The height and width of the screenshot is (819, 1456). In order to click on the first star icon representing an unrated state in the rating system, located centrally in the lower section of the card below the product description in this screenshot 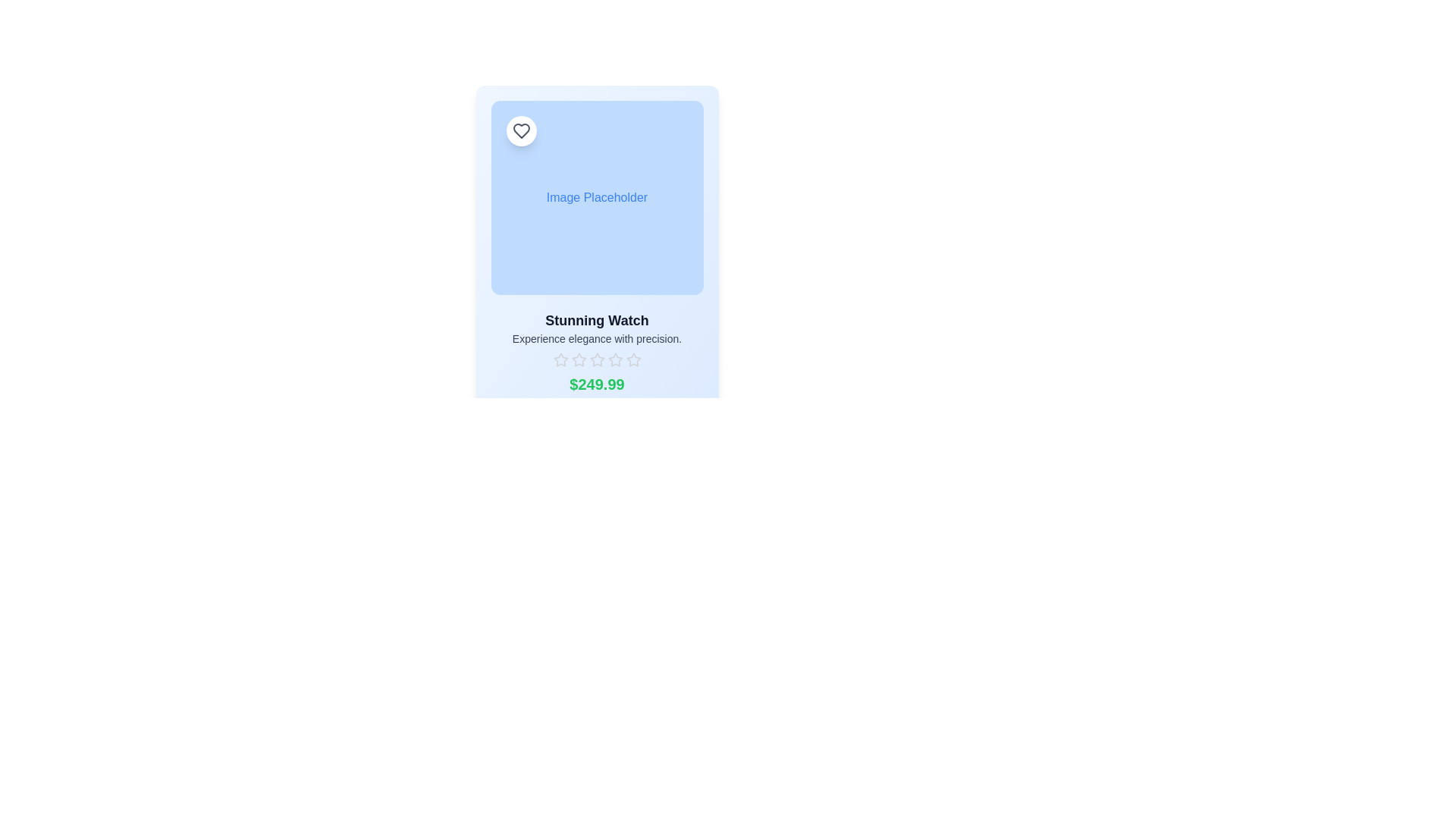, I will do `click(560, 359)`.